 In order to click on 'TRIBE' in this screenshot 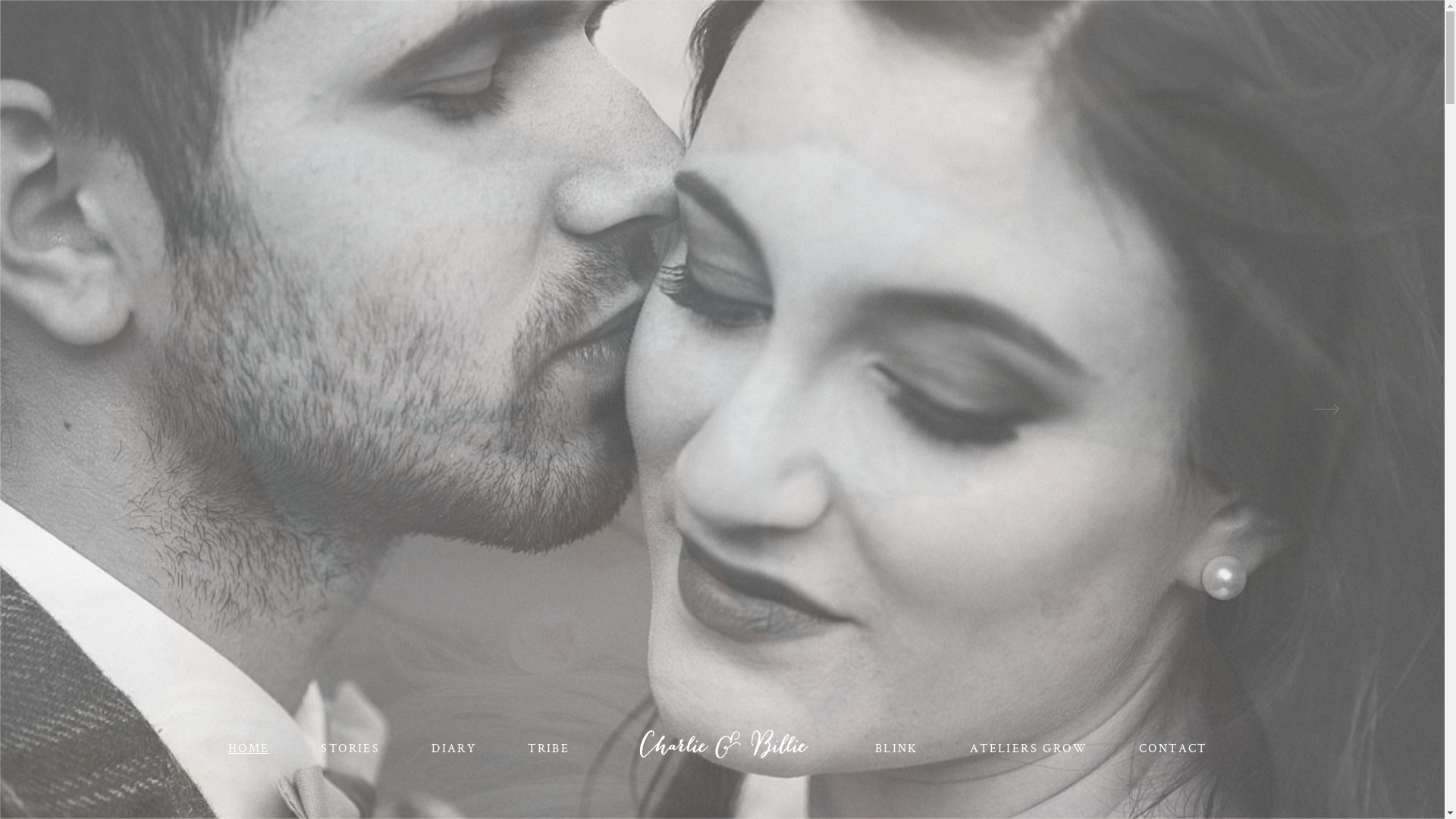, I will do `click(528, 748)`.